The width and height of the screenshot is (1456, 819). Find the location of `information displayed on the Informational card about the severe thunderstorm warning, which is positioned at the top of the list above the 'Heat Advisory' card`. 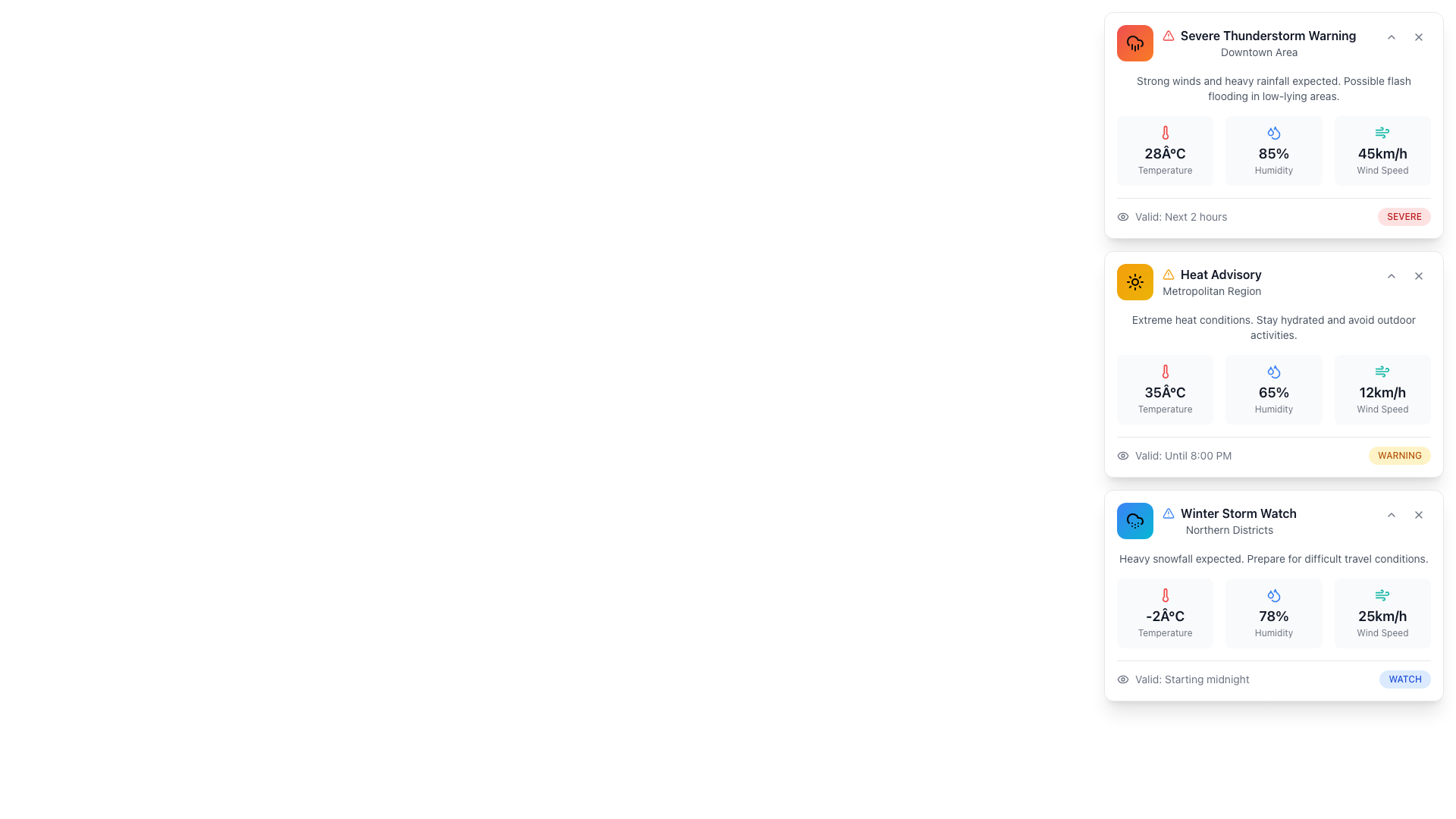

information displayed on the Informational card about the severe thunderstorm warning, which is positioned at the top of the list above the 'Heat Advisory' card is located at coordinates (1274, 124).